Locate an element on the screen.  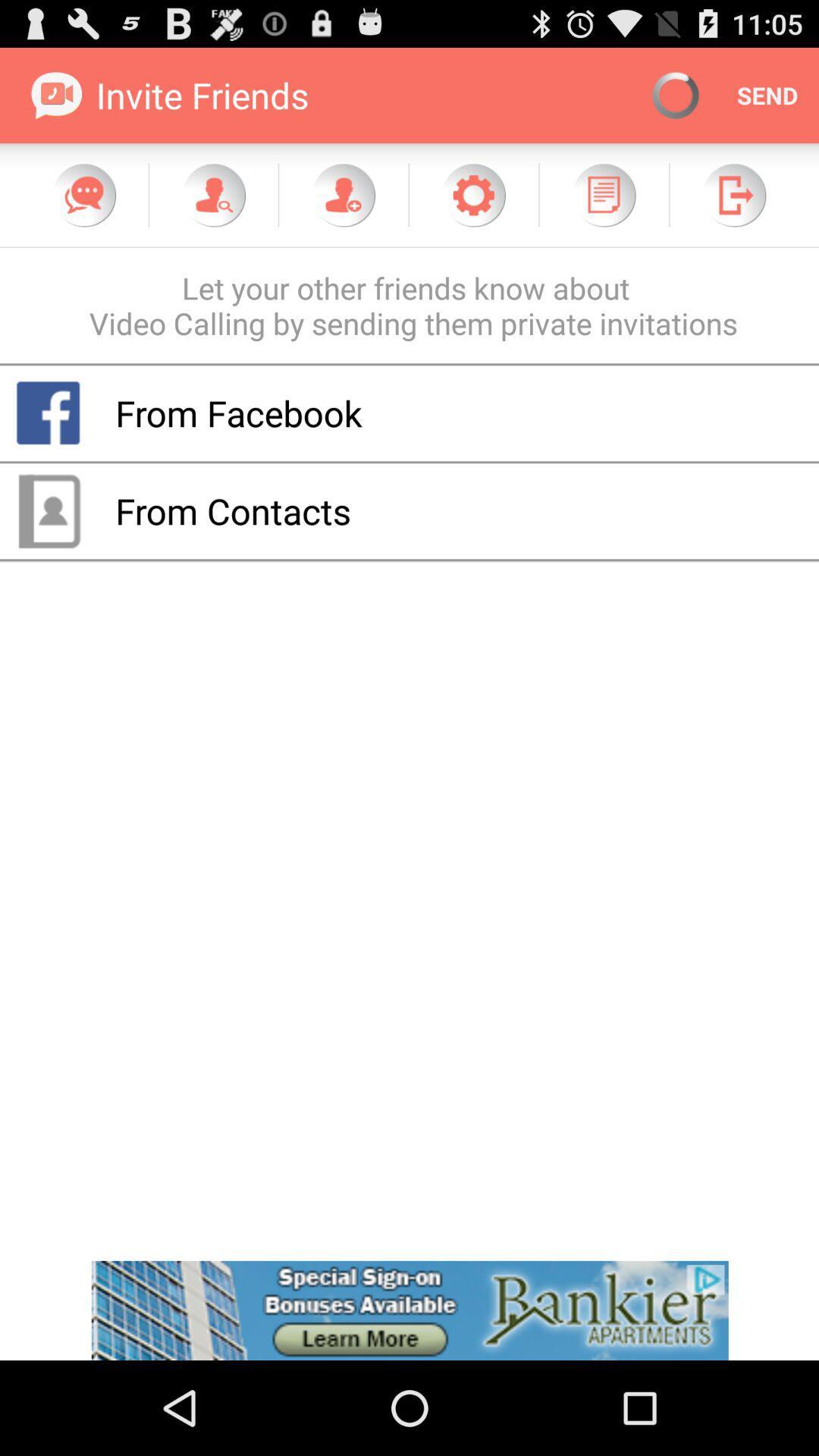
expand setting menu is located at coordinates (472, 194).